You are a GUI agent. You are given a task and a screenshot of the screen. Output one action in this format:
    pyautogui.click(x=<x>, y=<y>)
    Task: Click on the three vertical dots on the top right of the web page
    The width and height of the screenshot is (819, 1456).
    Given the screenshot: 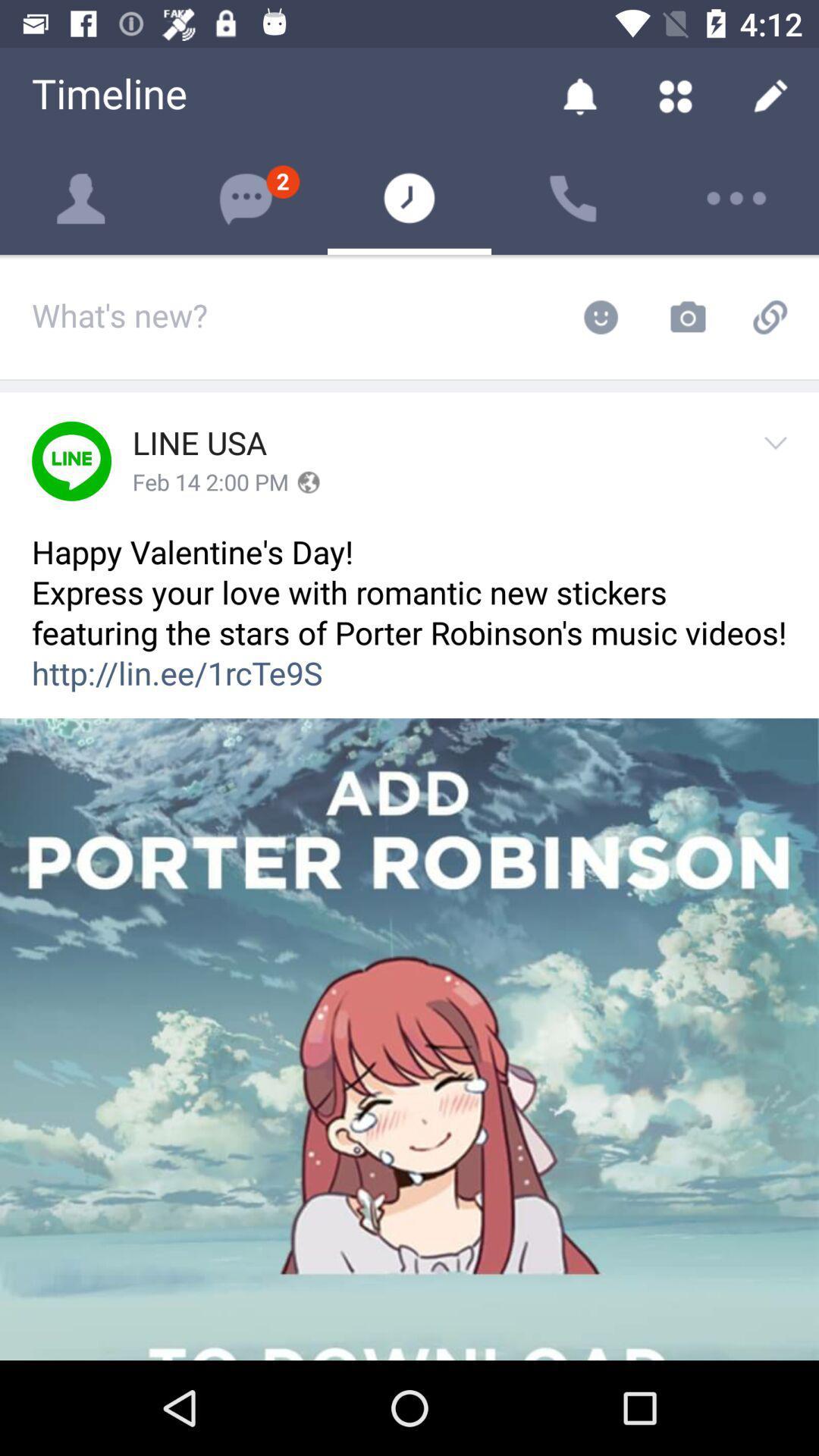 What is the action you would take?
    pyautogui.click(x=736, y=198)
    